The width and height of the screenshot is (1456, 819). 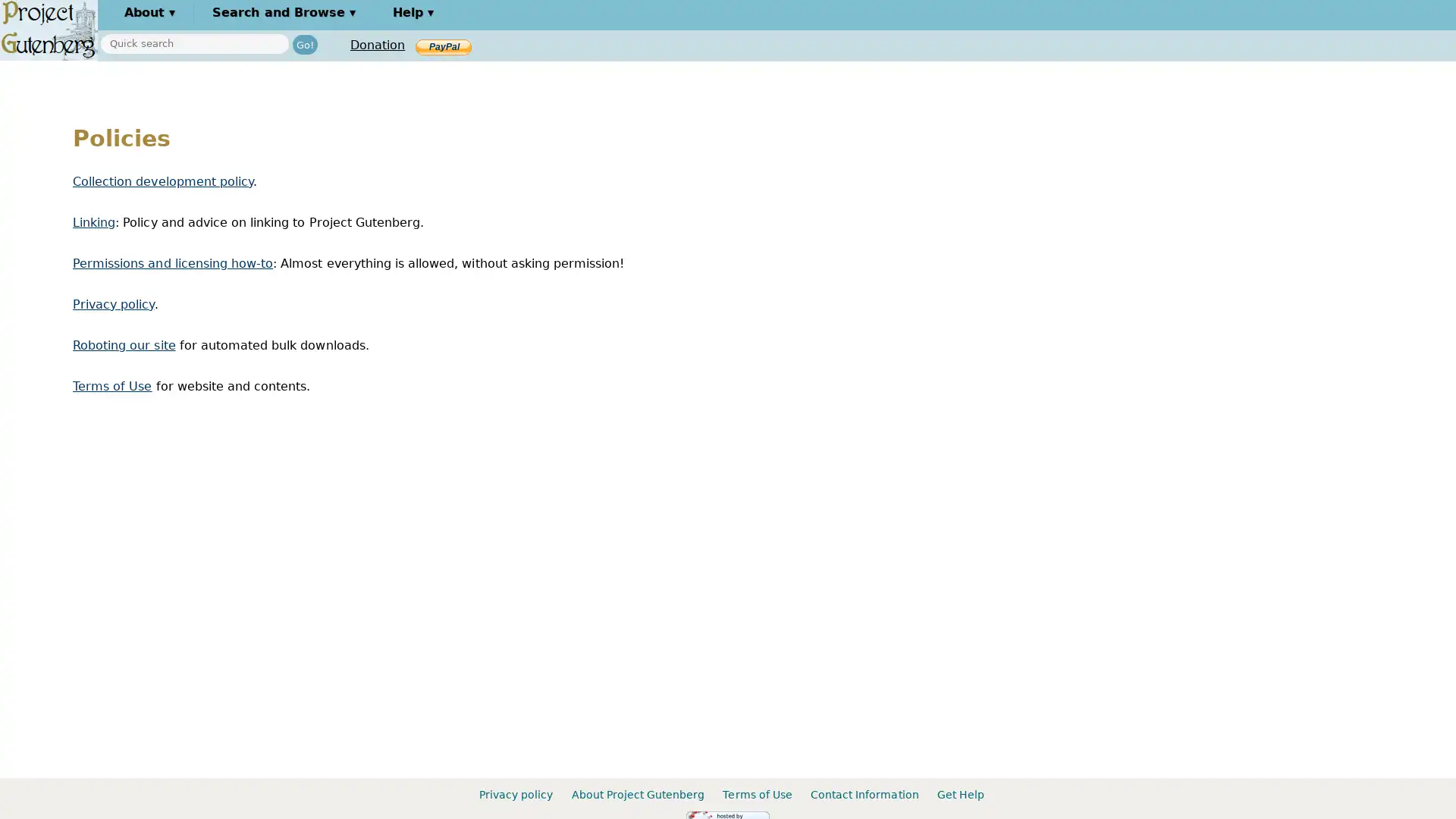 I want to click on Donate via PayPal, so click(x=443, y=45).